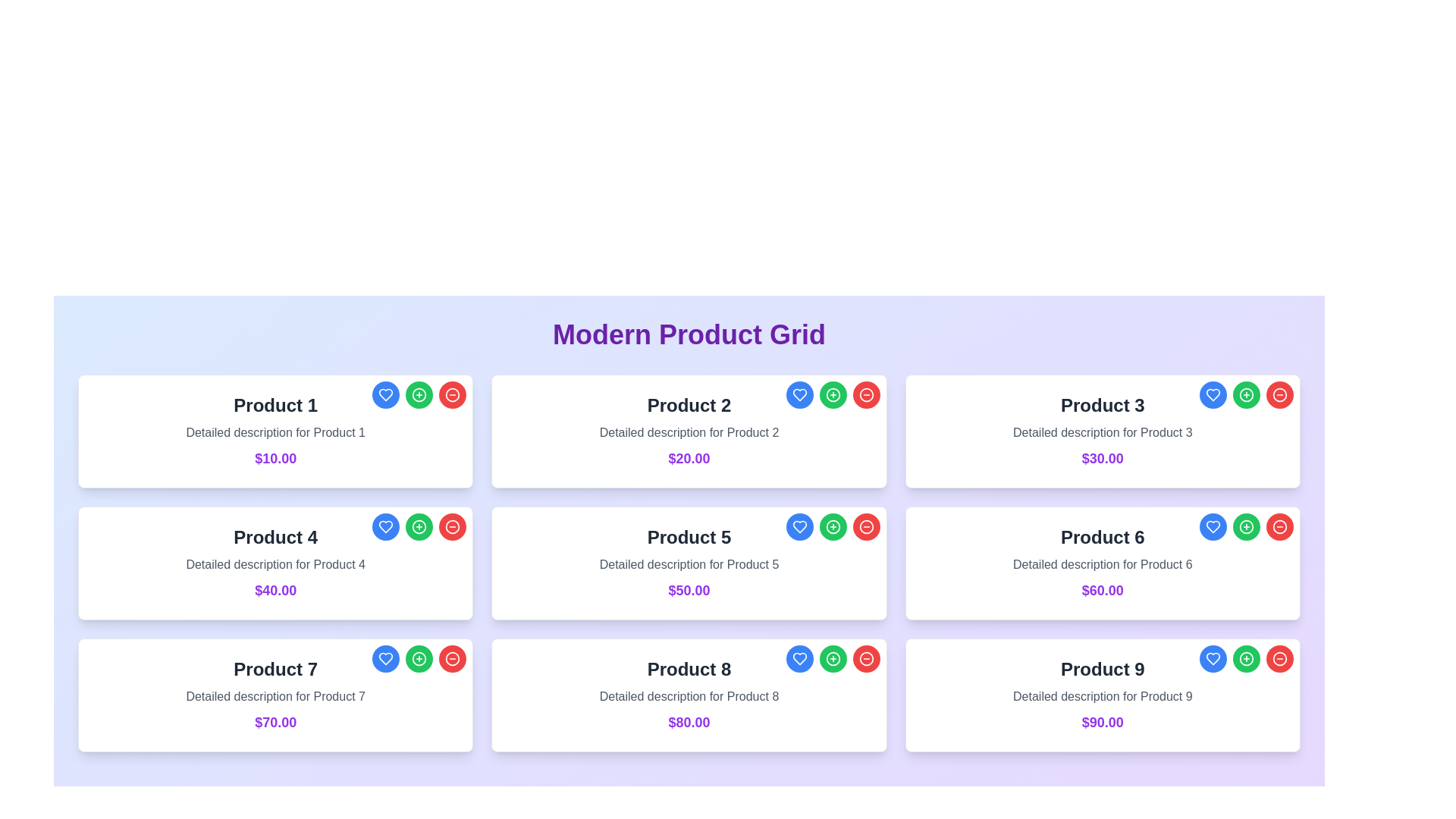 This screenshot has width=1456, height=819. Describe the element at coordinates (832, 394) in the screenshot. I see `the circular green button with a plus icon located at the top-right corner of the card for 'Product 2'` at that location.